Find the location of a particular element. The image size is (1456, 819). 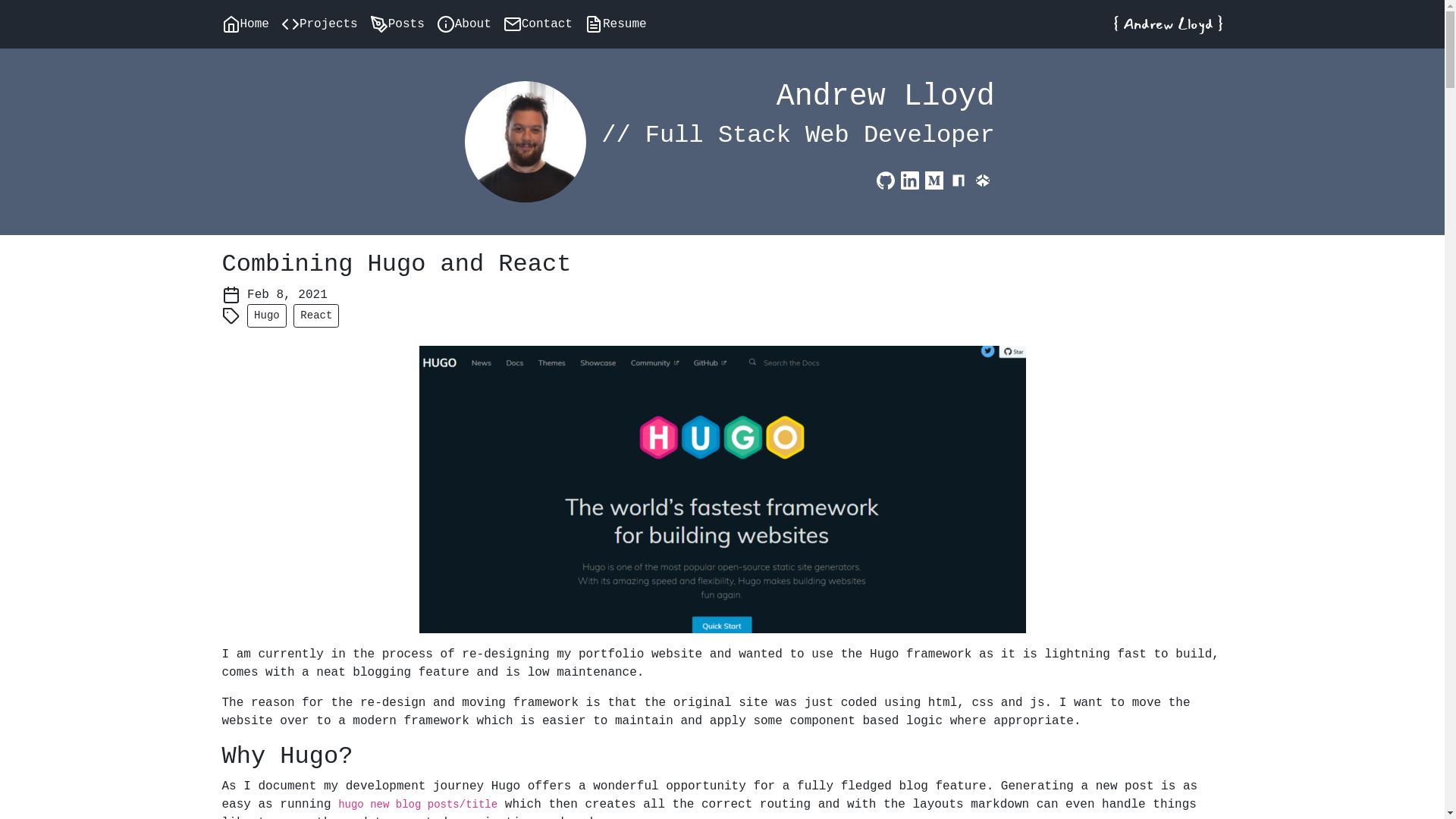

'Projects' is located at coordinates (281, 24).